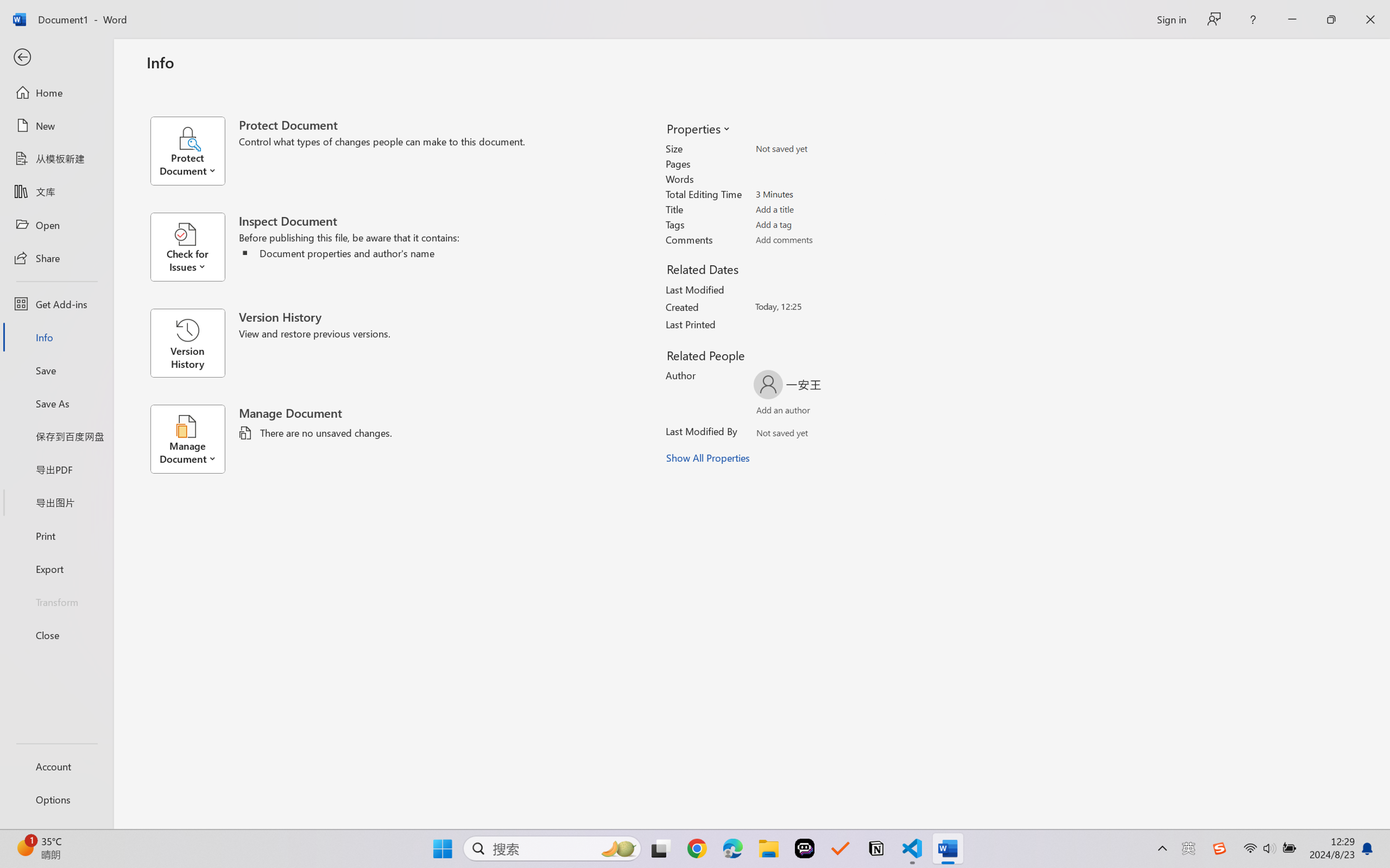  What do you see at coordinates (708, 458) in the screenshot?
I see `'Show All Properties'` at bounding box center [708, 458].